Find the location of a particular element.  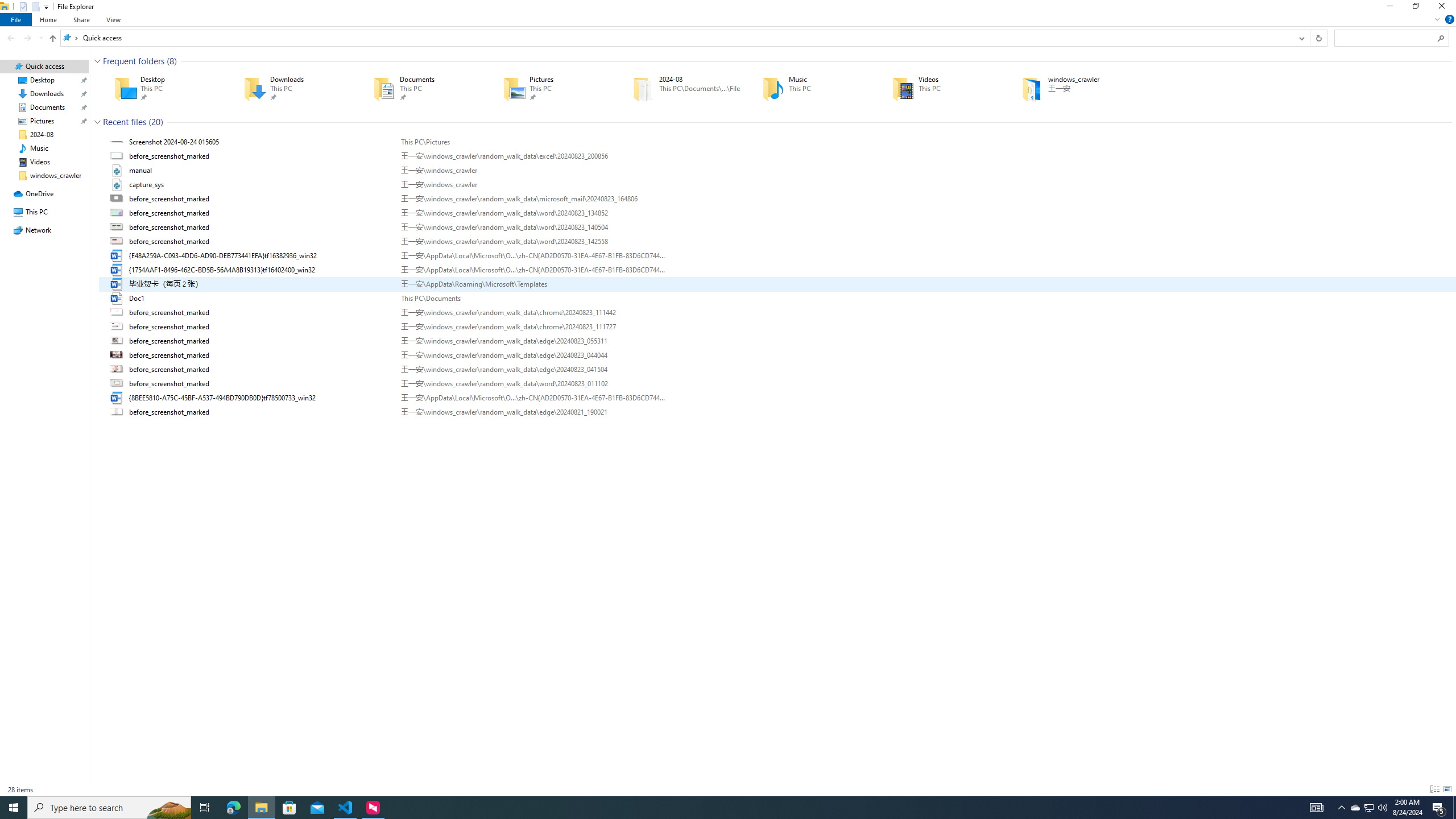

'2024-08' is located at coordinates (681, 88).